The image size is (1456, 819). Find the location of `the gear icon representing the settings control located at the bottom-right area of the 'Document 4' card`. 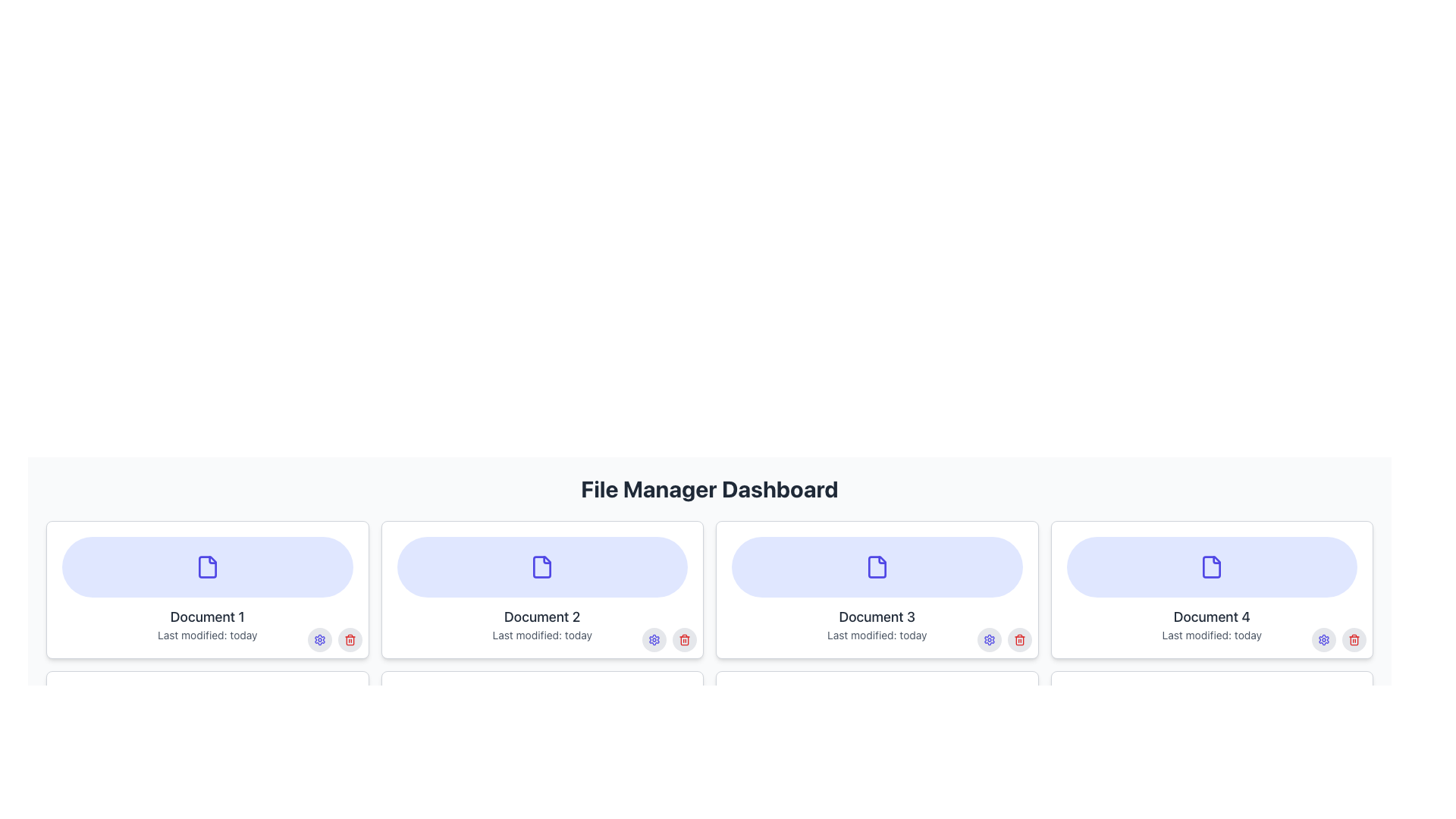

the gear icon representing the settings control located at the bottom-right area of the 'Document 4' card is located at coordinates (989, 640).